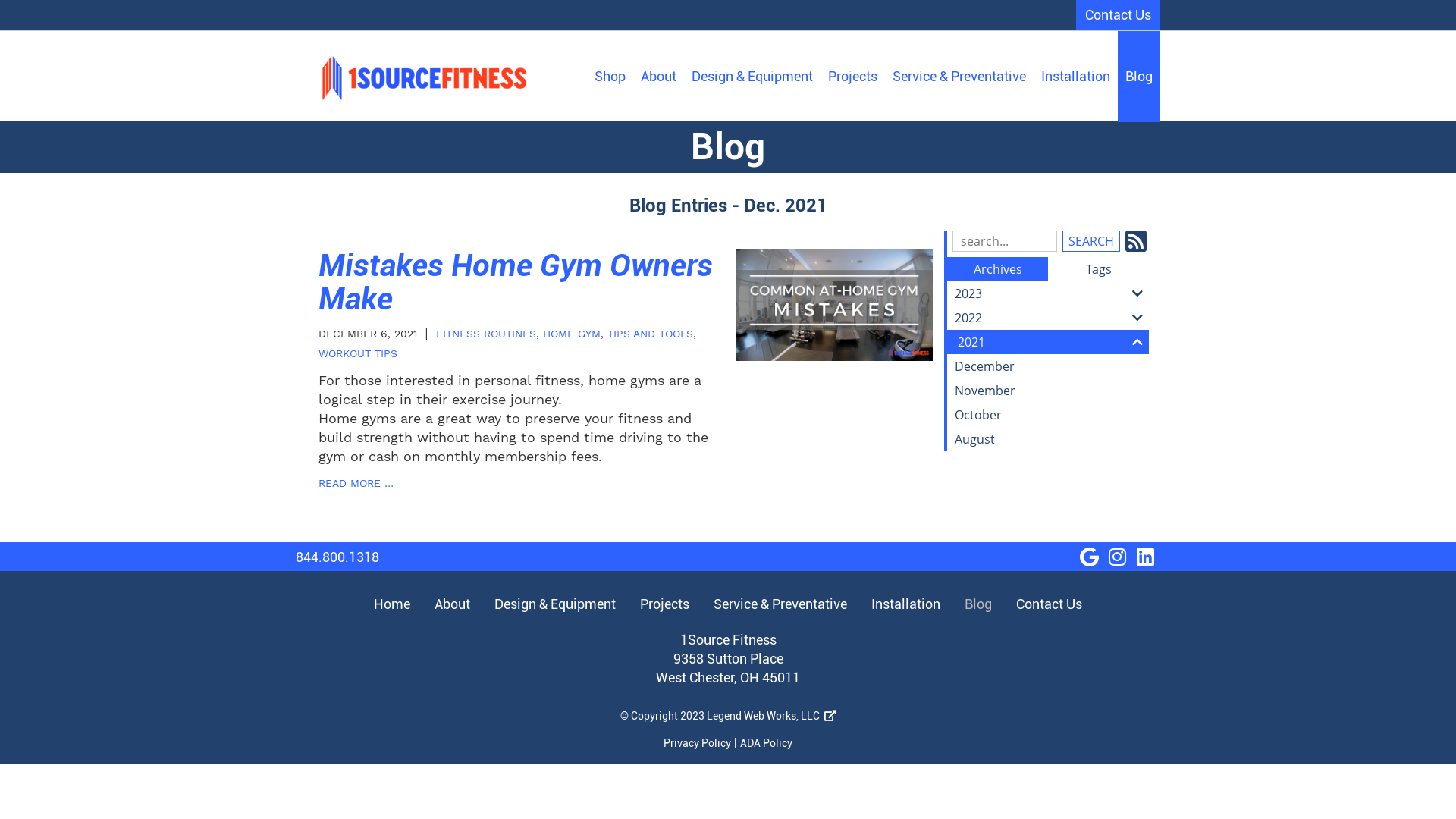  I want to click on 'August', so click(1047, 438).